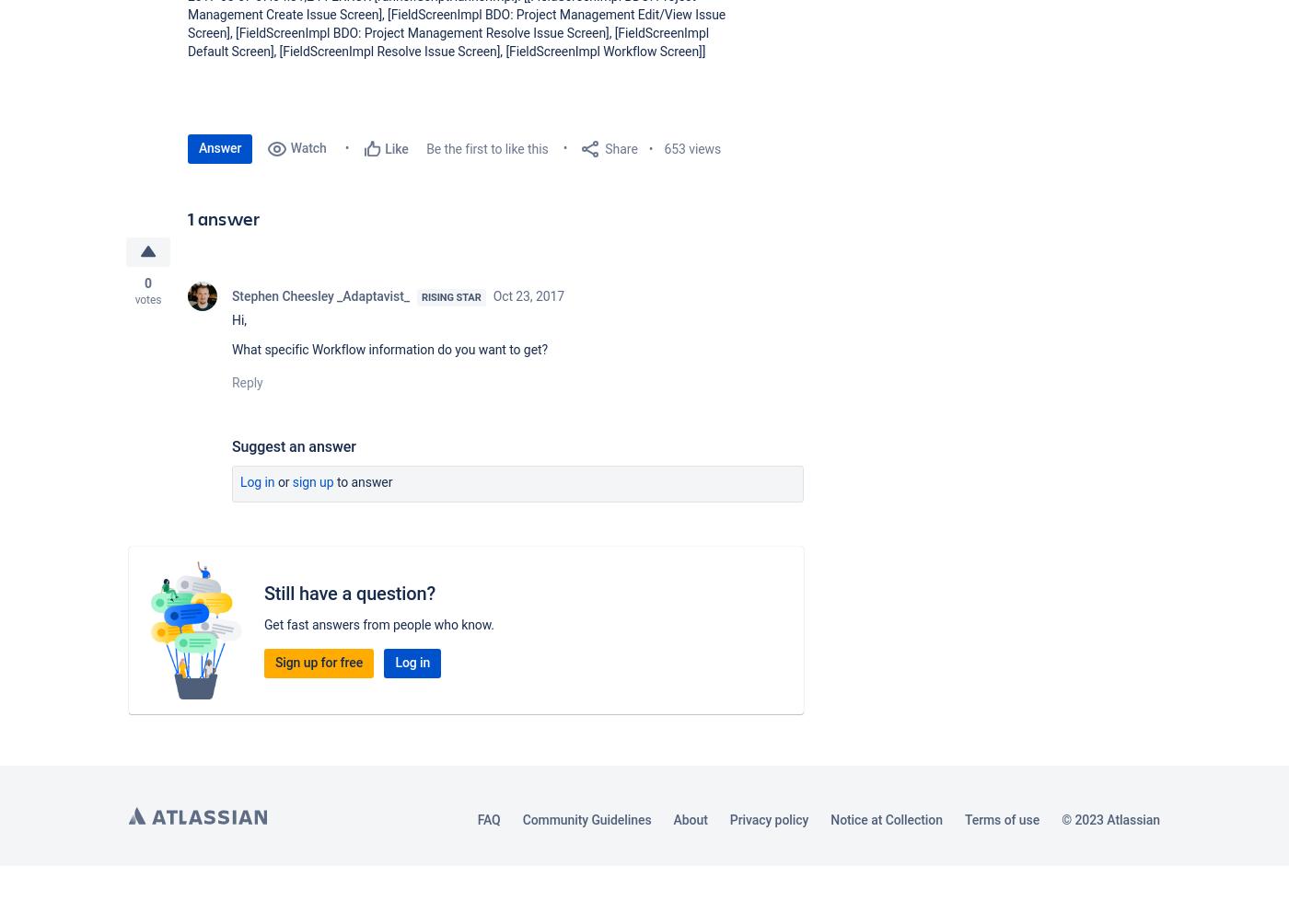  What do you see at coordinates (886, 818) in the screenshot?
I see `'Notice at Collection'` at bounding box center [886, 818].